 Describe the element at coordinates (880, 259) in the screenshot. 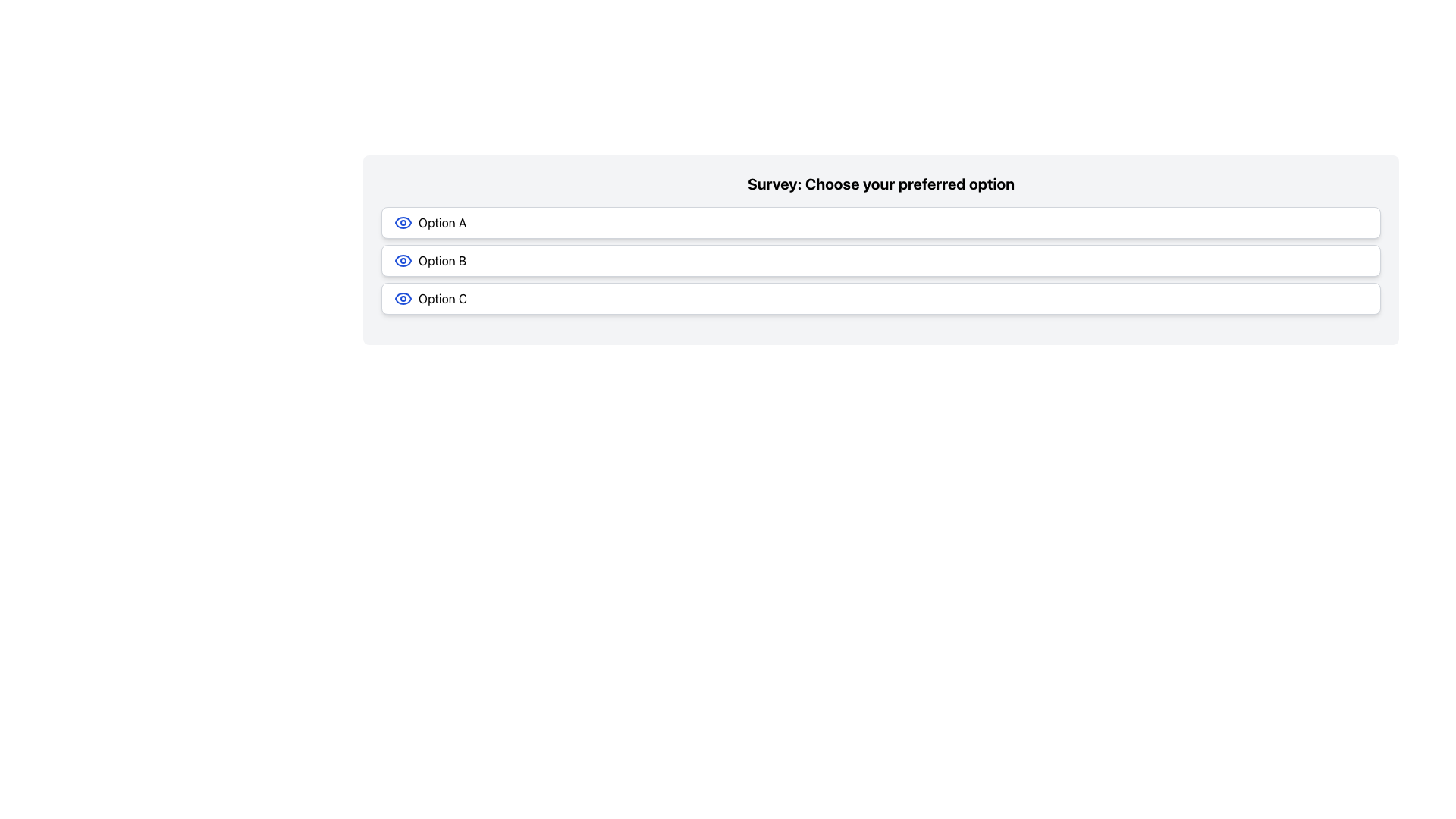

I see `the second button in the multiple-choice interface` at that location.